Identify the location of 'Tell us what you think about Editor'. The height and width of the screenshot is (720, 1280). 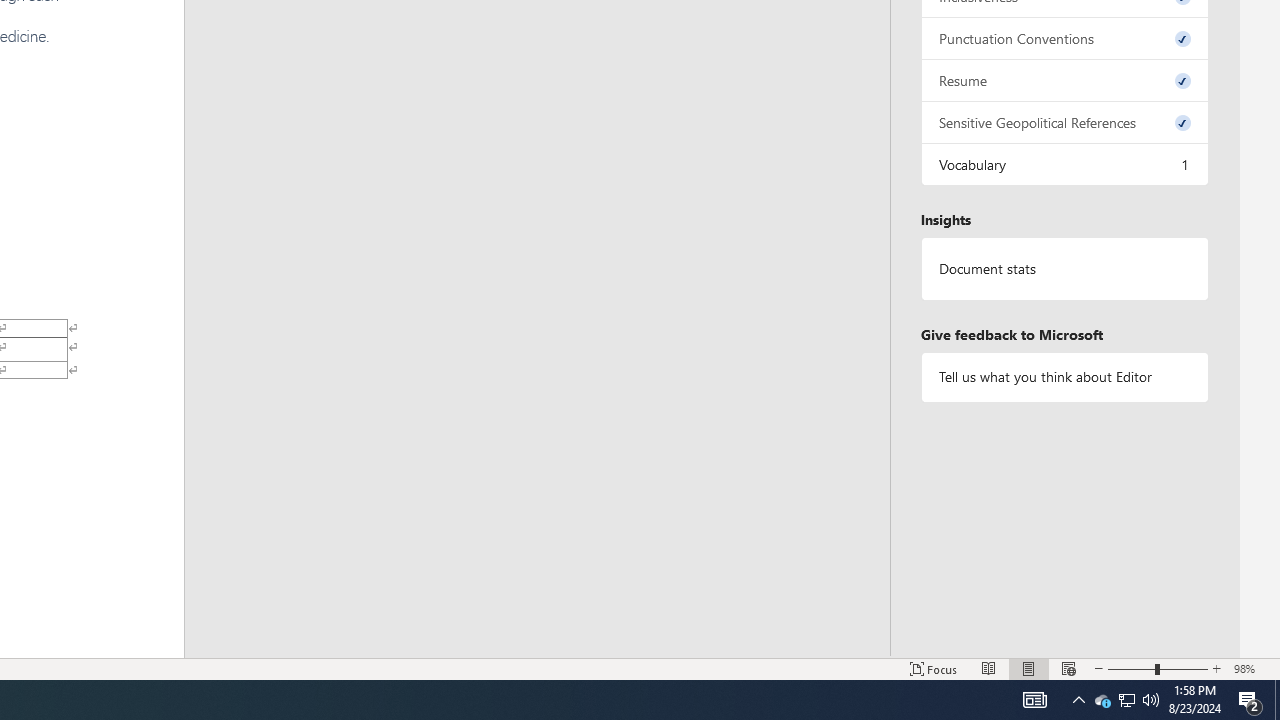
(1063, 377).